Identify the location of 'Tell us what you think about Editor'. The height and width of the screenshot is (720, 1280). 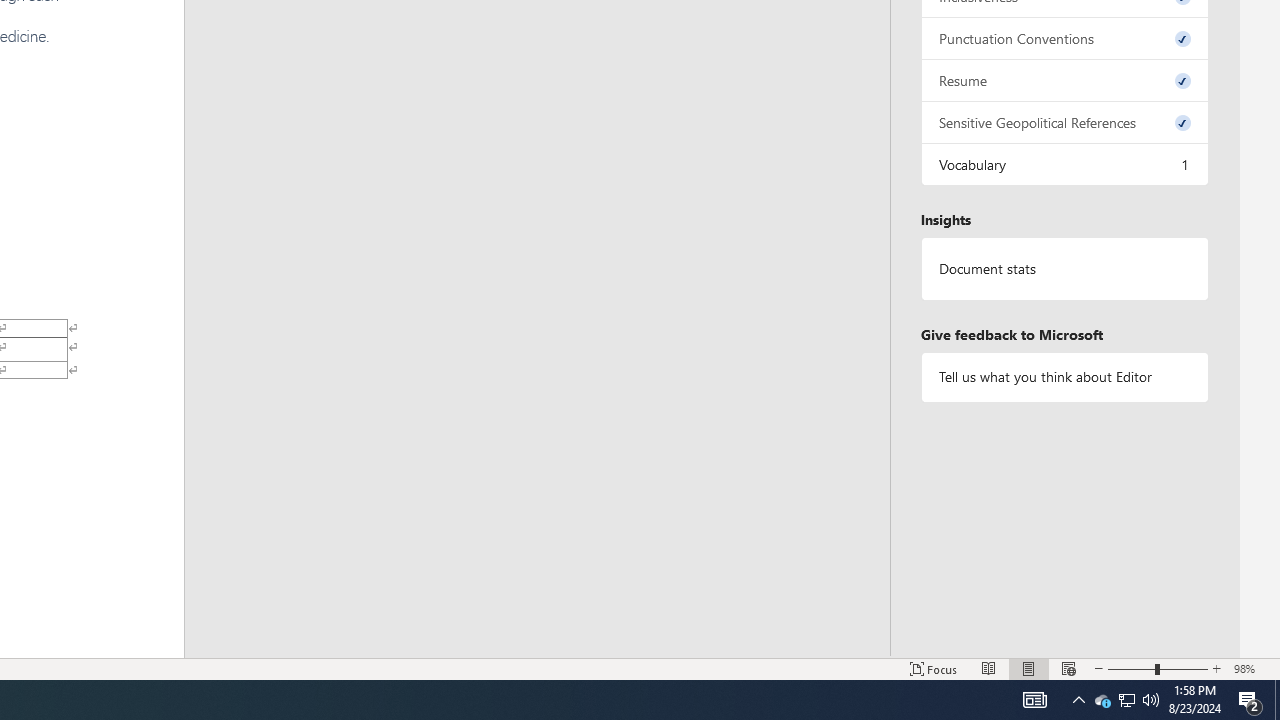
(1063, 377).